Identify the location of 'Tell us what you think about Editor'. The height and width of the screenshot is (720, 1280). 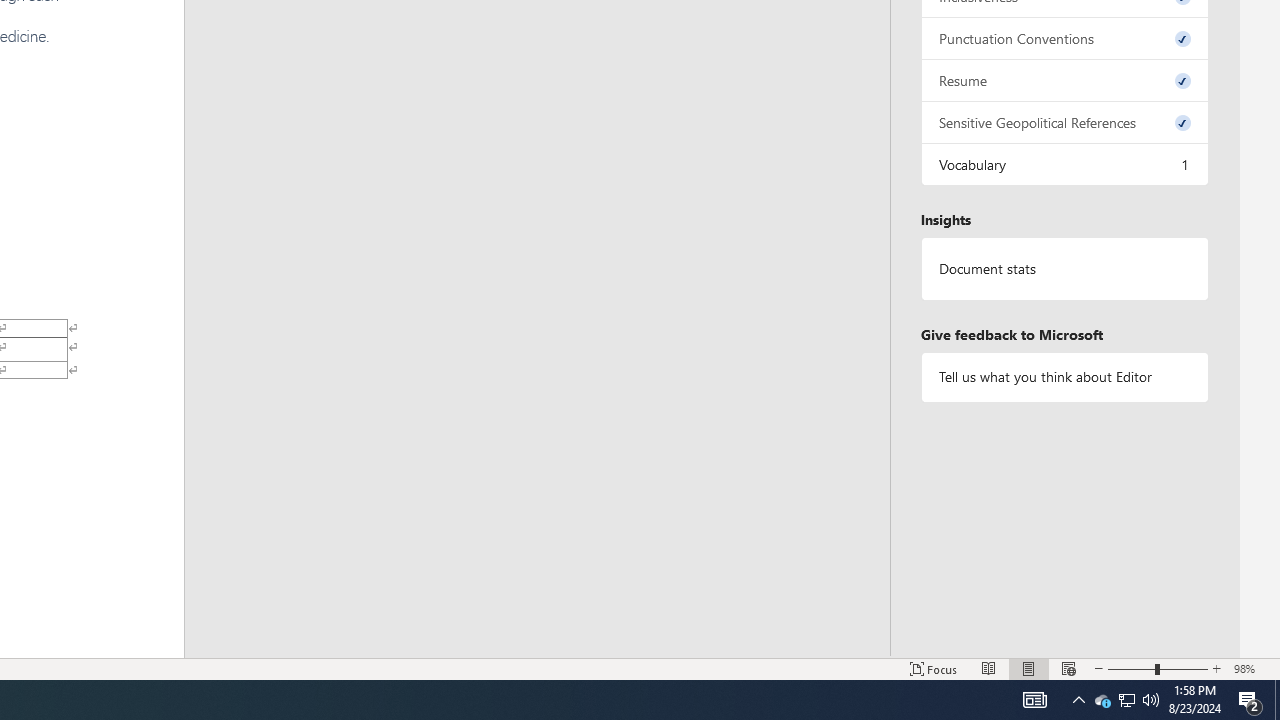
(1063, 377).